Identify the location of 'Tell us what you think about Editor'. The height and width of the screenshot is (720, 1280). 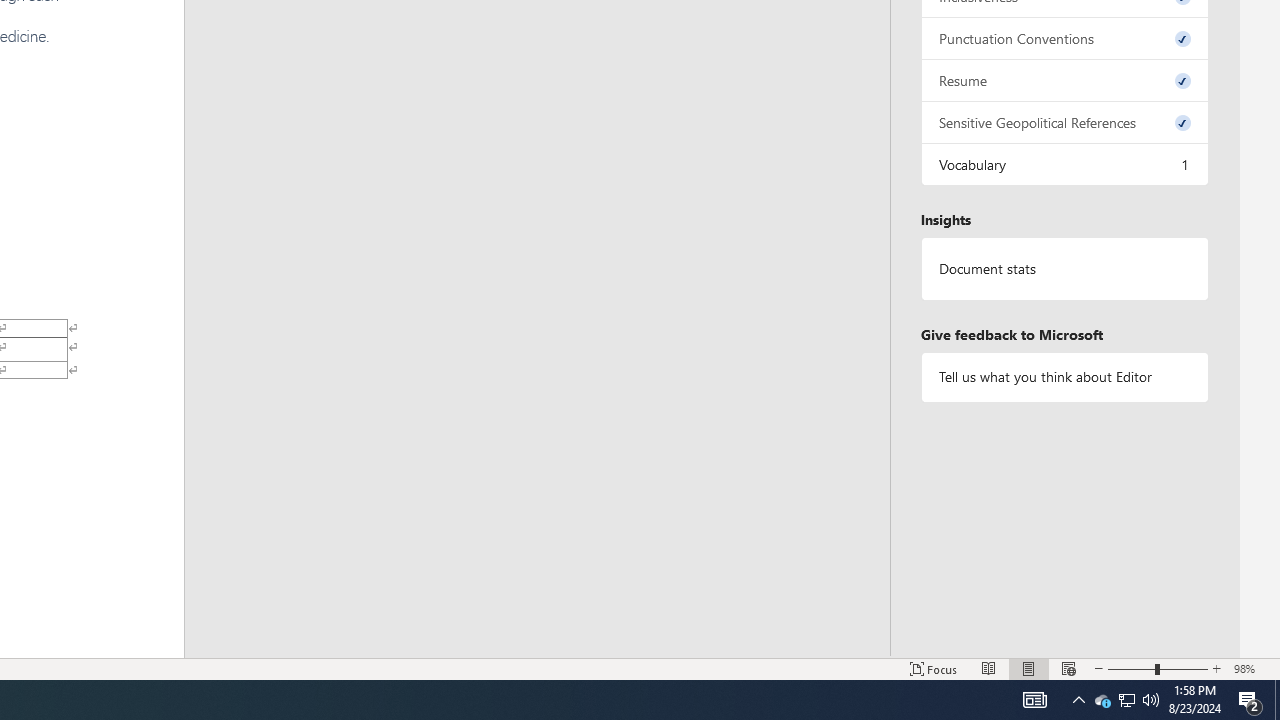
(1063, 377).